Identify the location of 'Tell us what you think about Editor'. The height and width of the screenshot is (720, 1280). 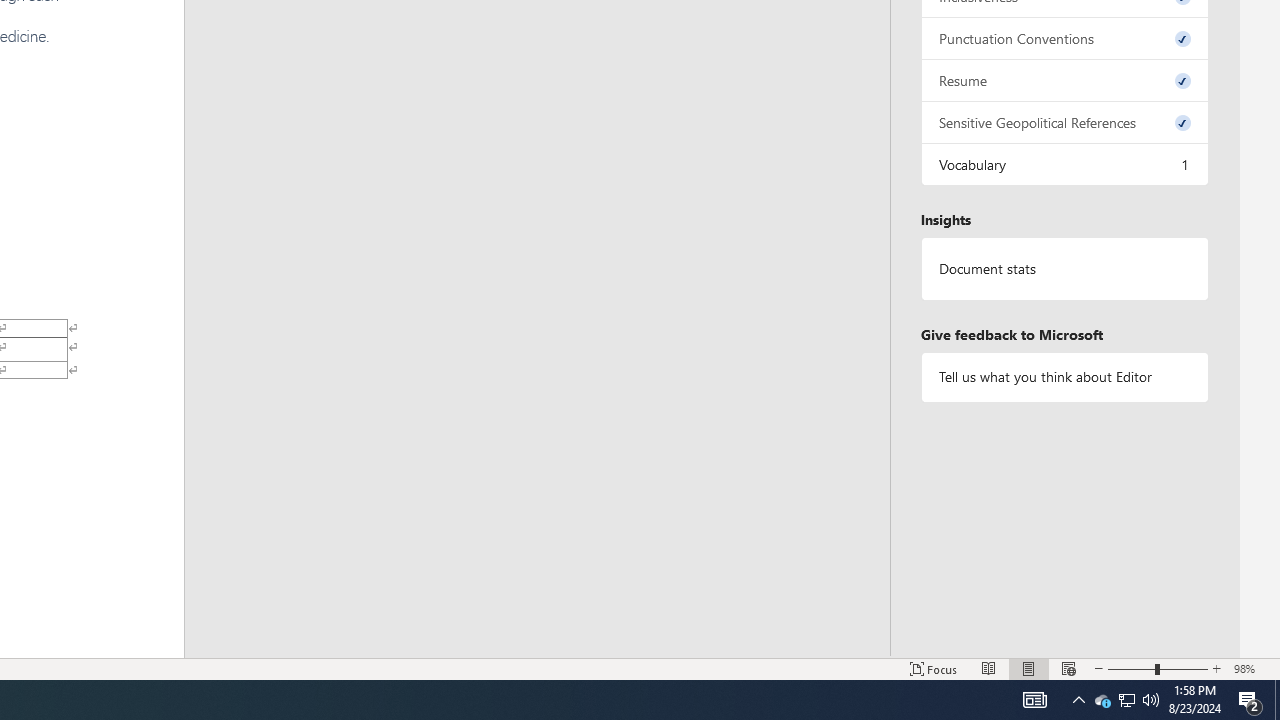
(1063, 377).